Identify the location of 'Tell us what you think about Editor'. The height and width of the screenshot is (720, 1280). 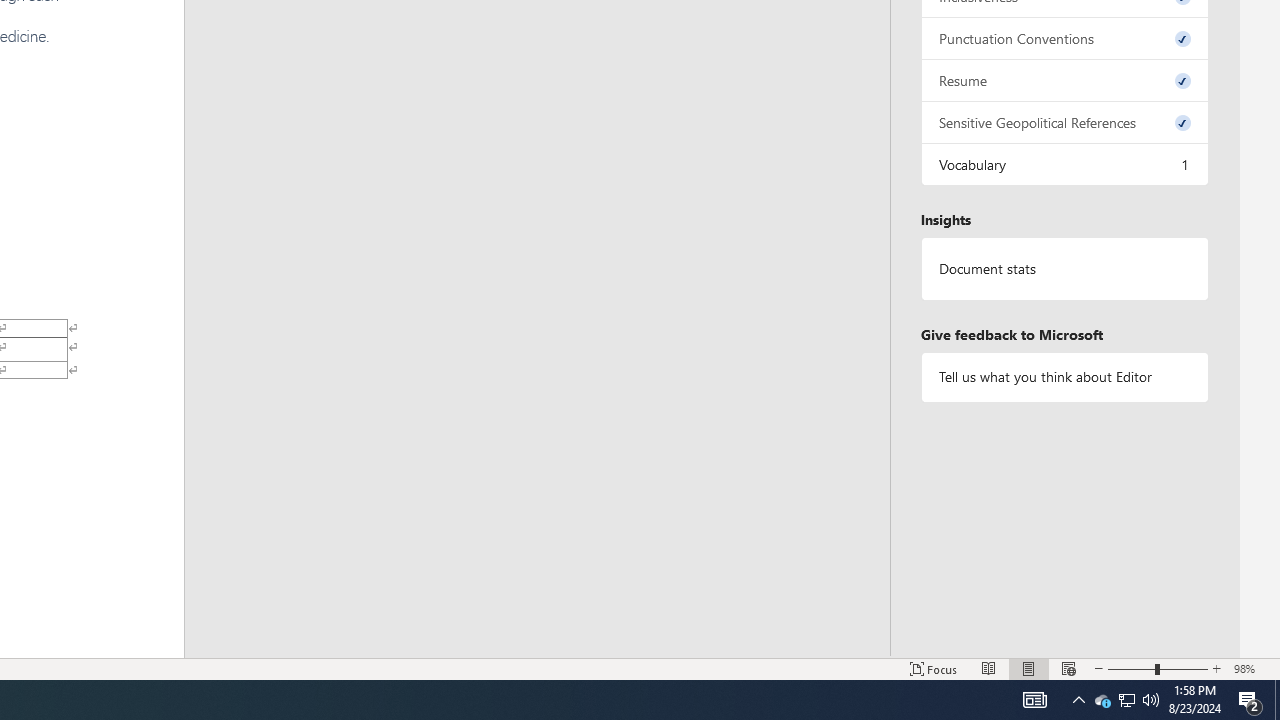
(1063, 377).